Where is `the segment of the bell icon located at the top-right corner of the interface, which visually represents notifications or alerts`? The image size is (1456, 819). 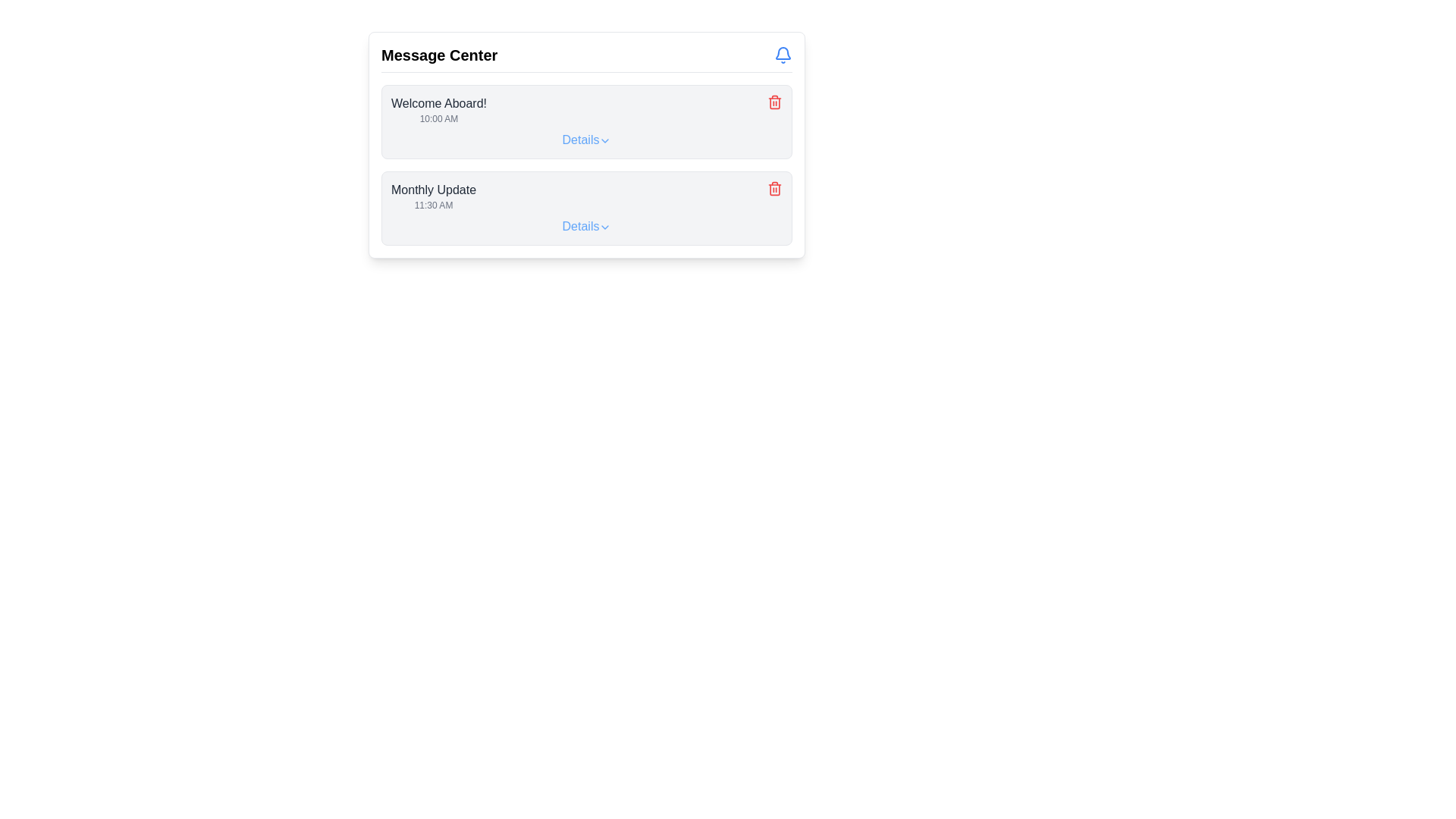 the segment of the bell icon located at the top-right corner of the interface, which visually represents notifications or alerts is located at coordinates (783, 52).